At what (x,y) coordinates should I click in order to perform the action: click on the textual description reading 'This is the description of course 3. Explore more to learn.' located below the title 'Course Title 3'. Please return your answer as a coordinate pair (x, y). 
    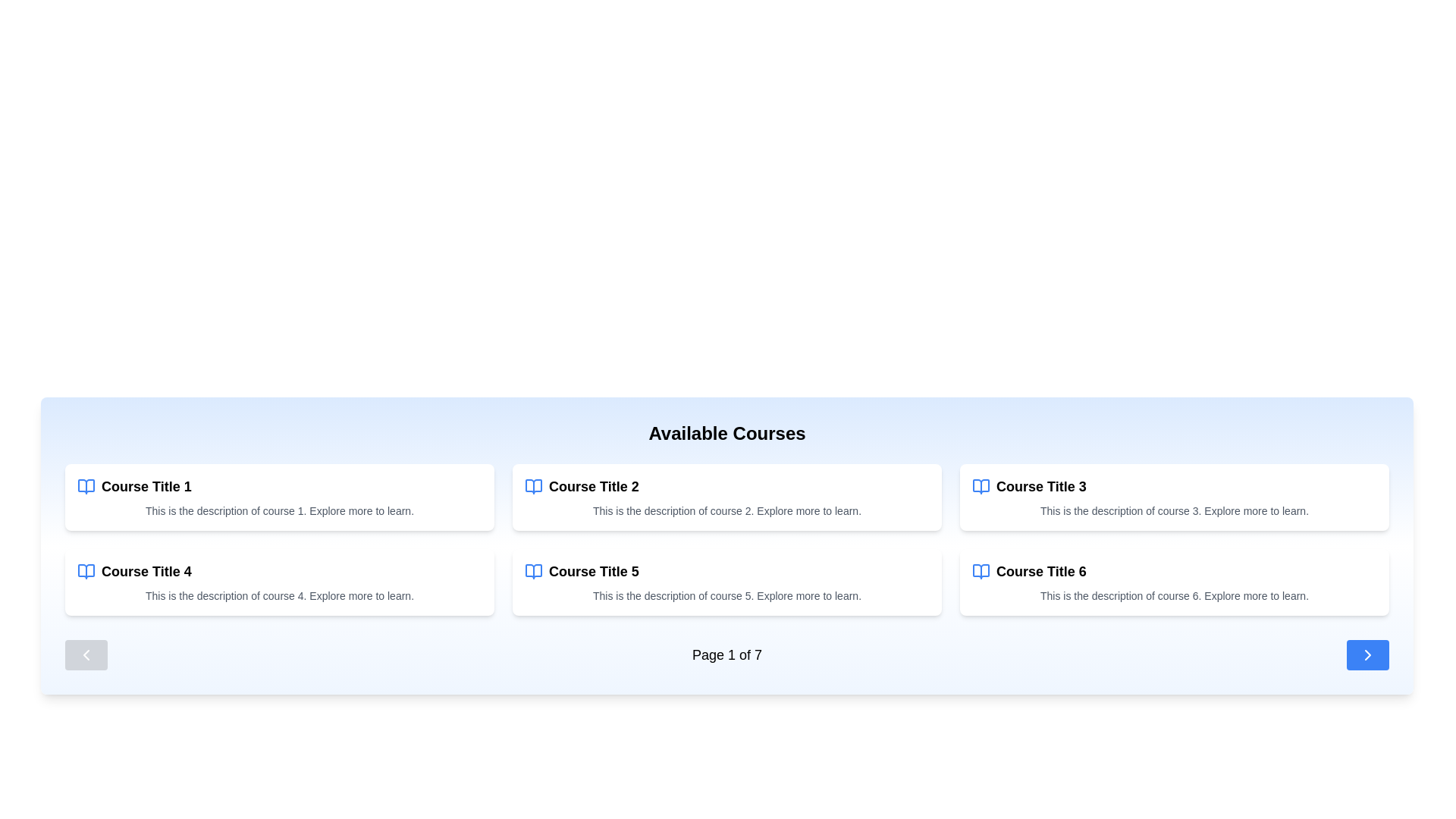
    Looking at the image, I should click on (1174, 511).